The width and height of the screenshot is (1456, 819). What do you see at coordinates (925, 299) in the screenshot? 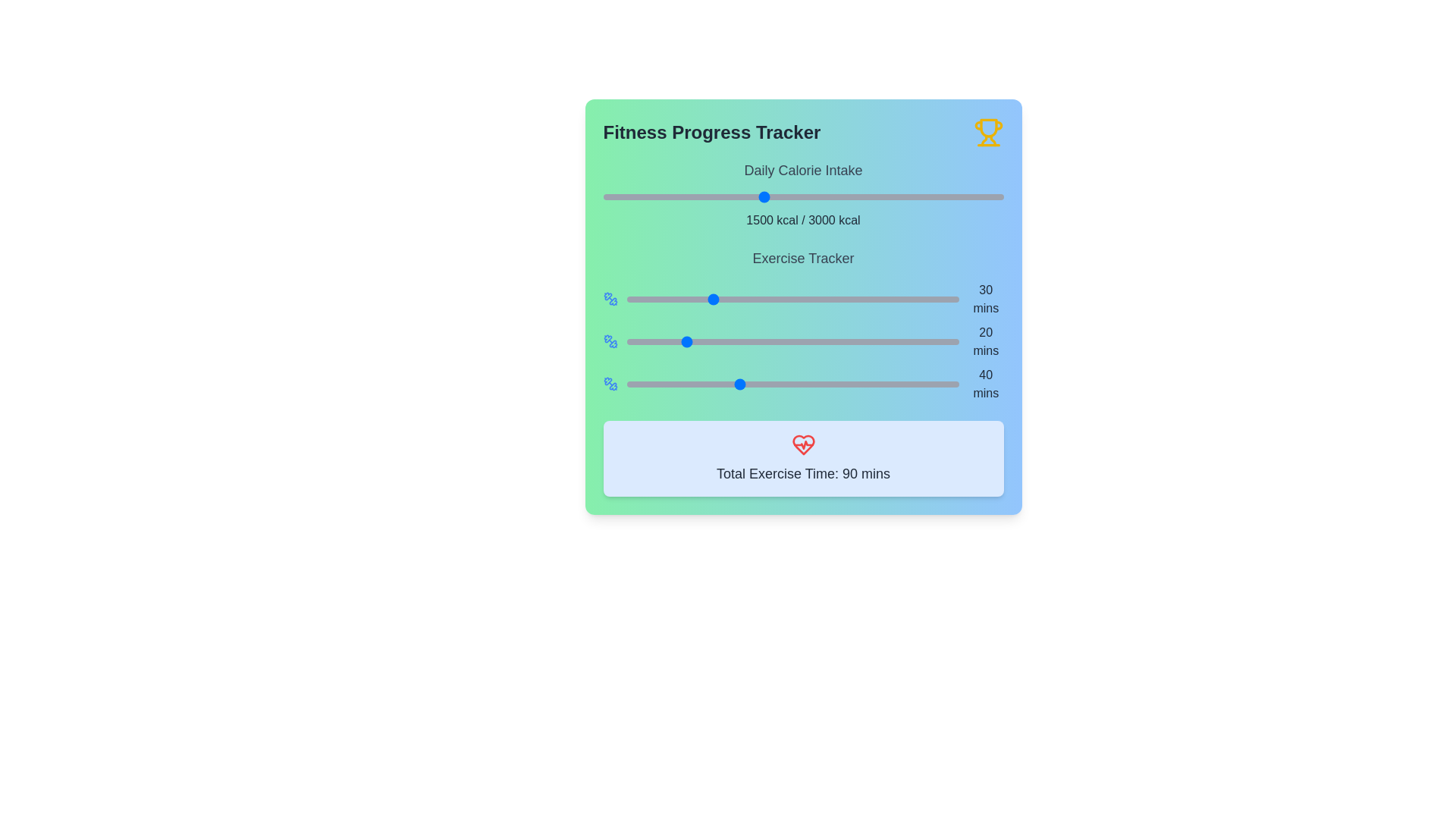
I see `the slider value` at bounding box center [925, 299].